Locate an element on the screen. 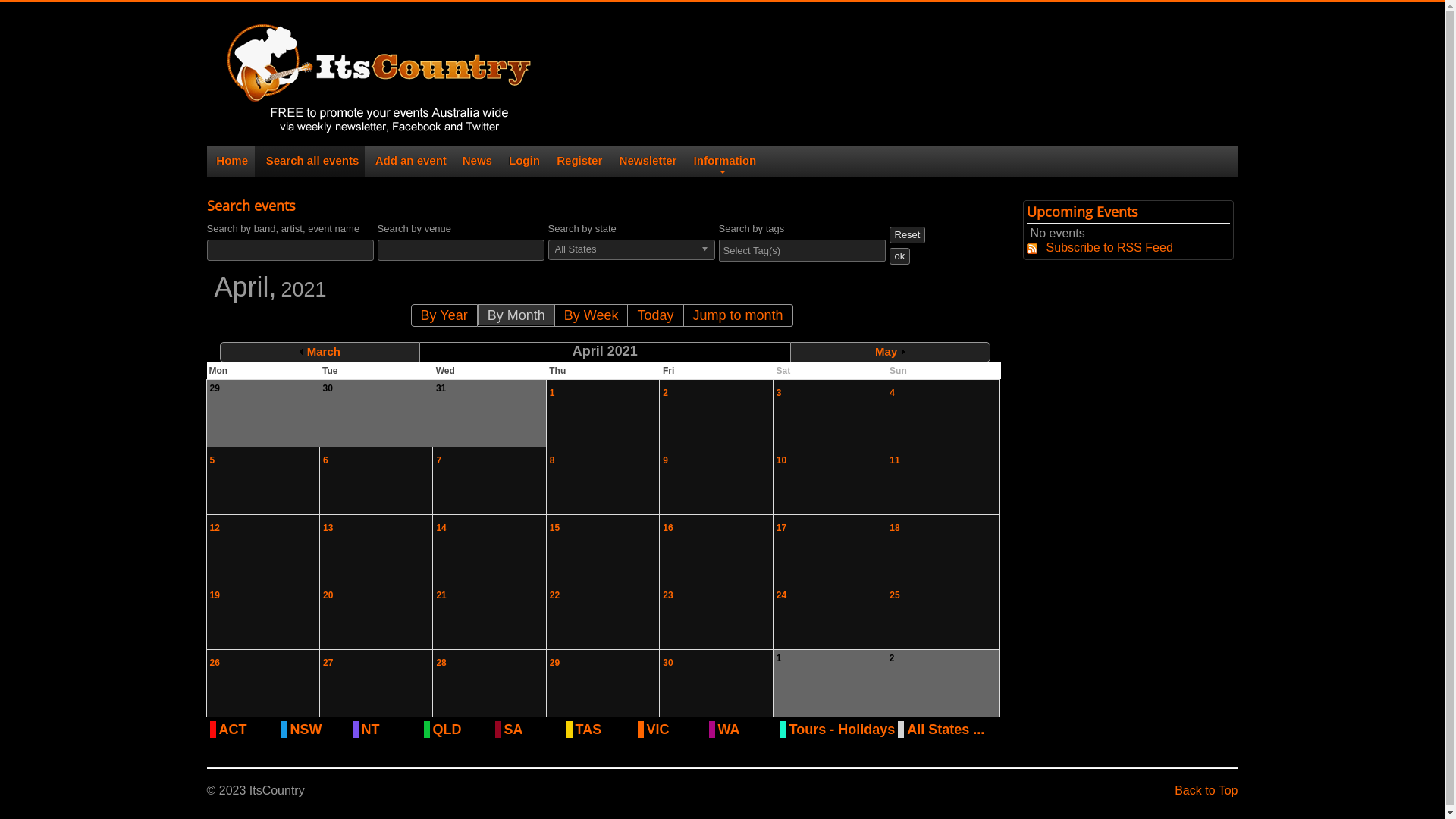  'QLD' is located at coordinates (461, 728).